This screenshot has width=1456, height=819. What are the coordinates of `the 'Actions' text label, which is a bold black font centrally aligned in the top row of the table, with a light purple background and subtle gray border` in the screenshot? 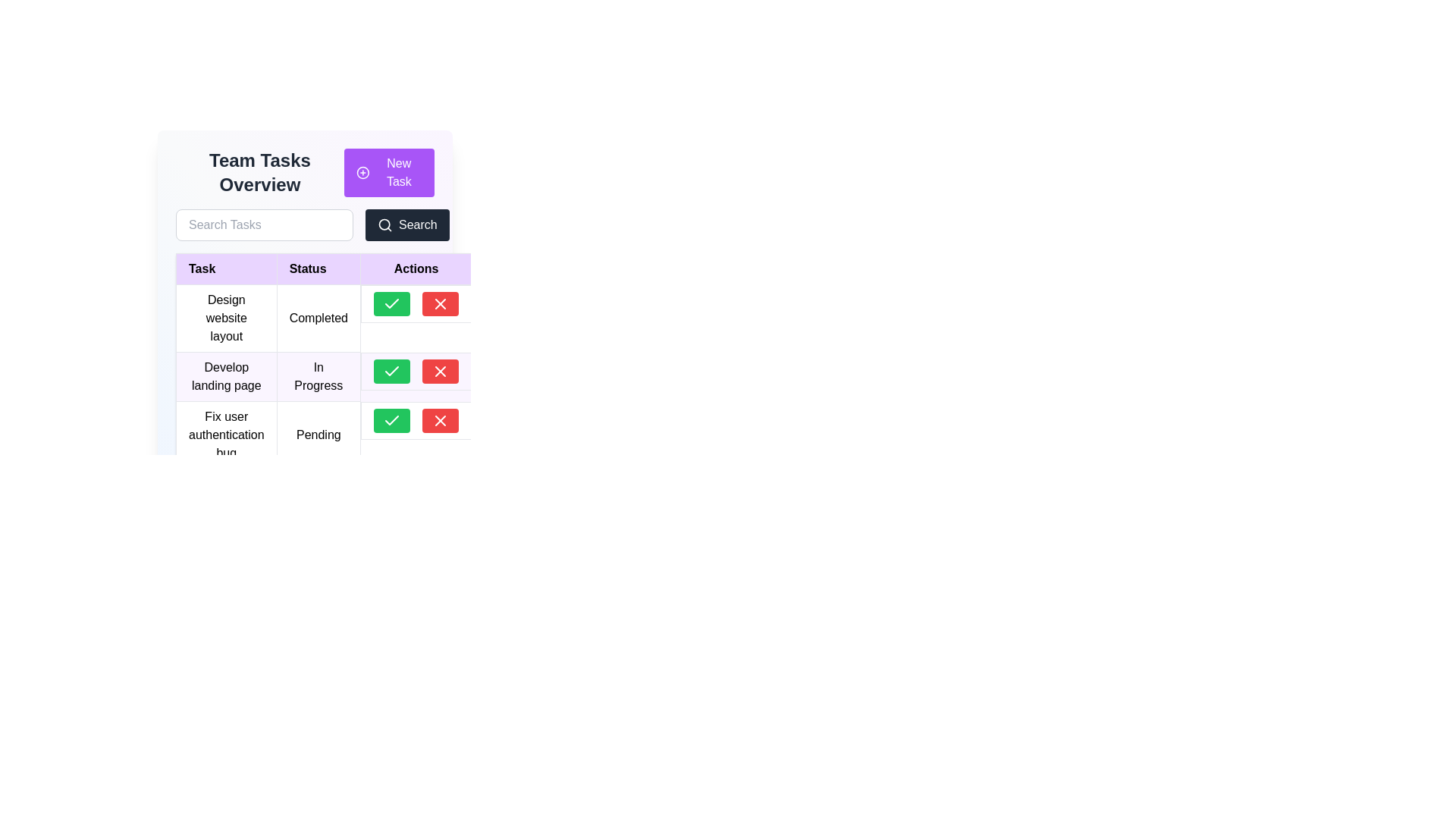 It's located at (416, 268).